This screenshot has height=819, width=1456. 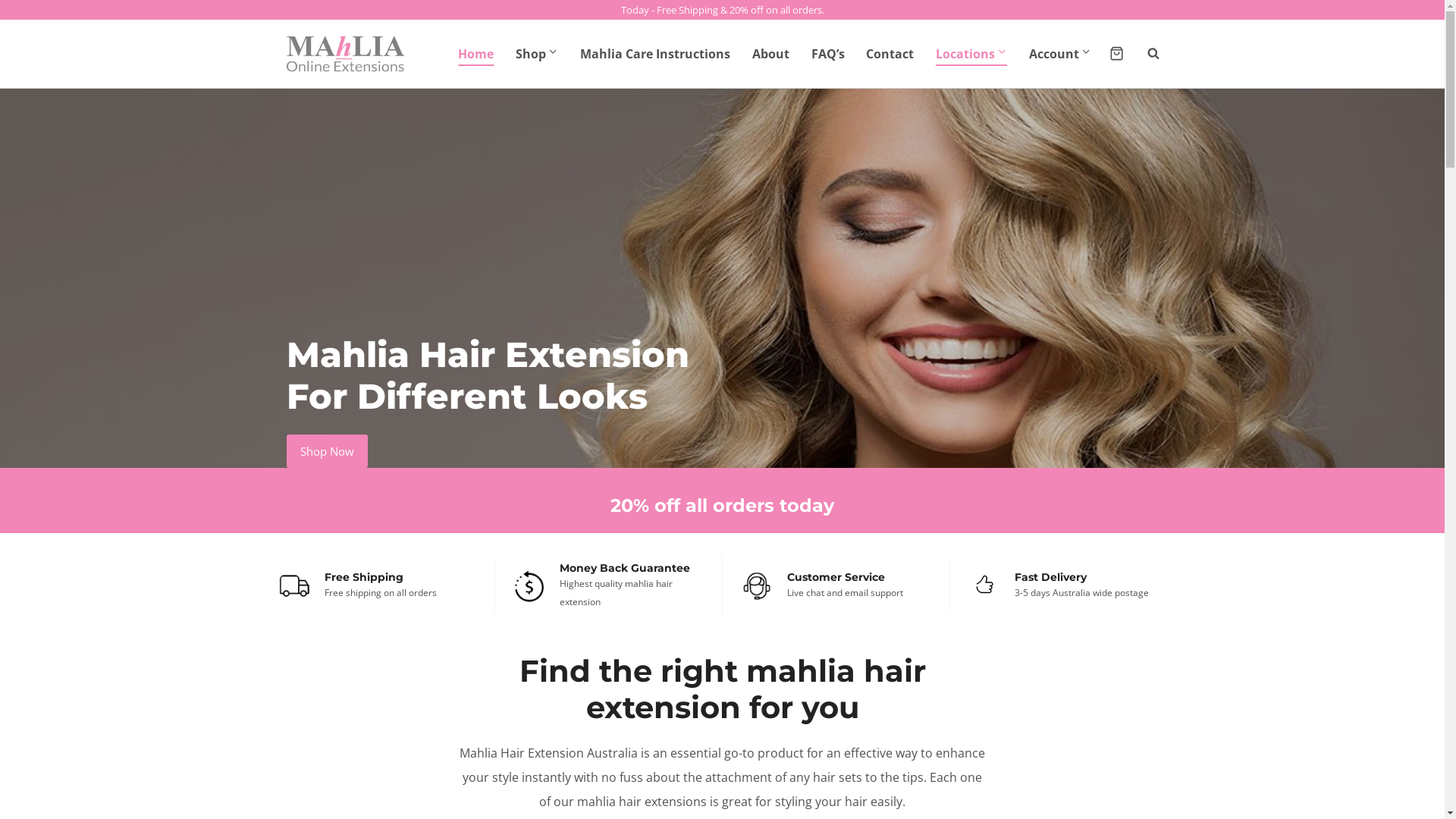 I want to click on 'Home', so click(x=447, y=52).